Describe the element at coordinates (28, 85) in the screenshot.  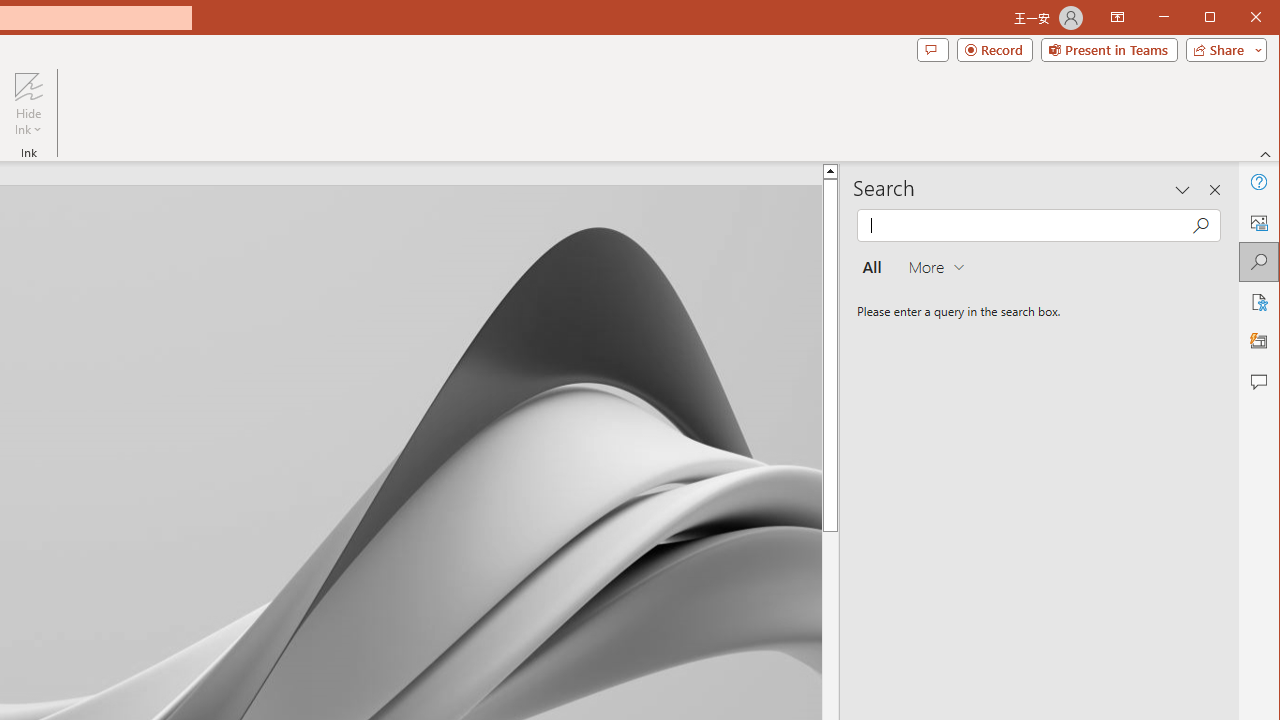
I see `'Hide Ink'` at that location.